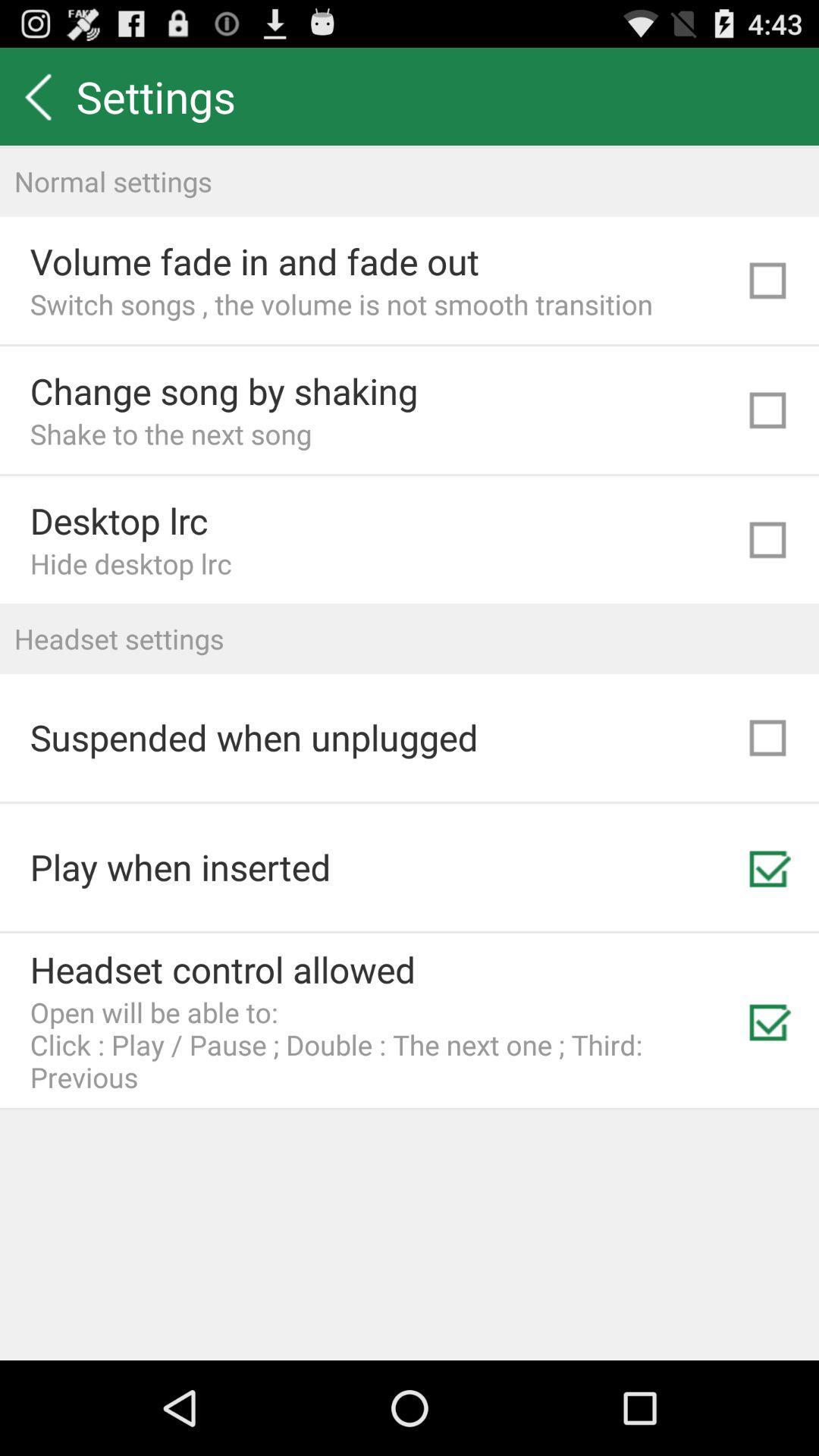 This screenshot has height=1456, width=819. I want to click on suspended when unplugged app, so click(253, 737).